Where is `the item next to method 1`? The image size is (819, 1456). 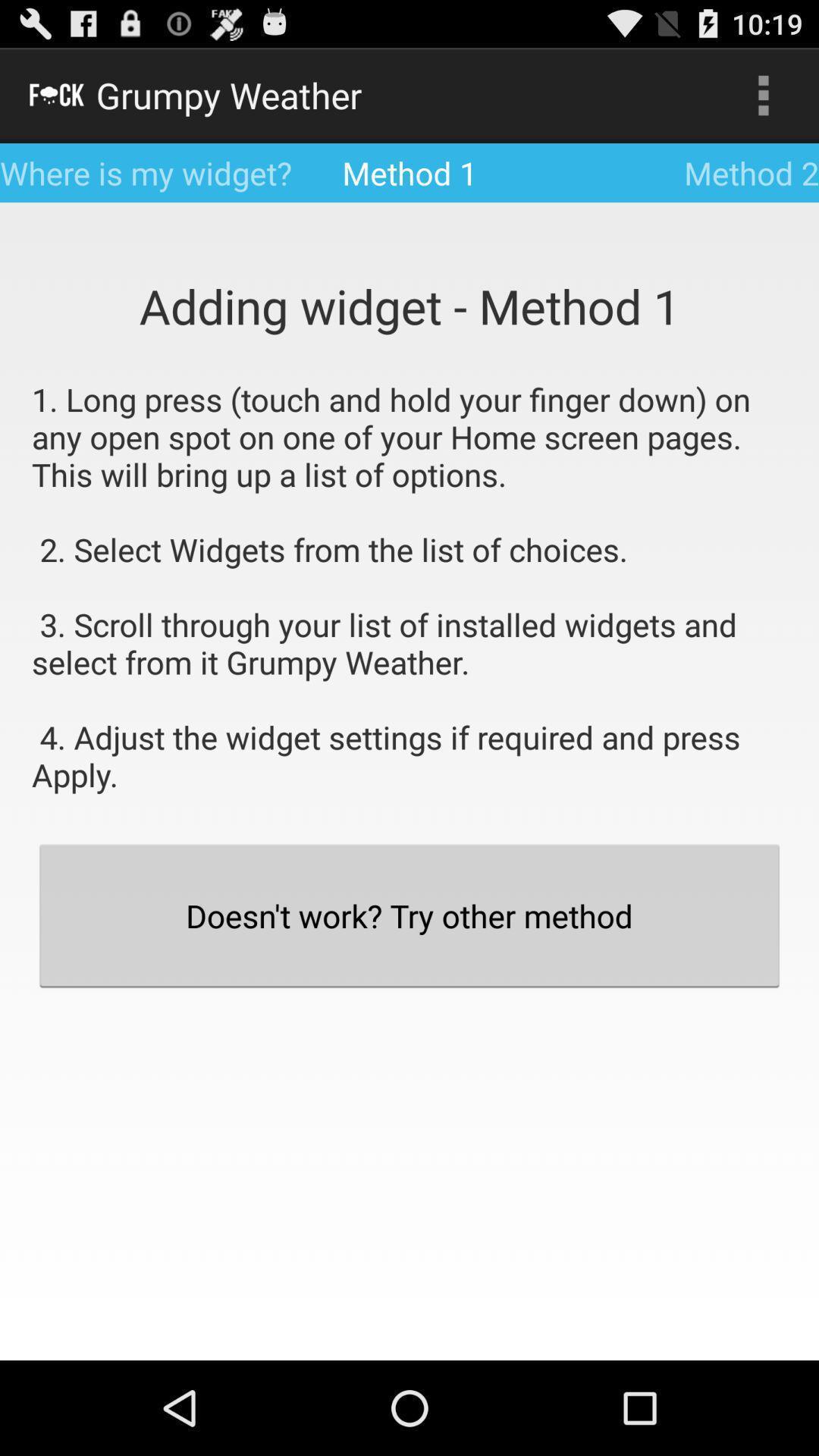 the item next to method 1 is located at coordinates (763, 94).